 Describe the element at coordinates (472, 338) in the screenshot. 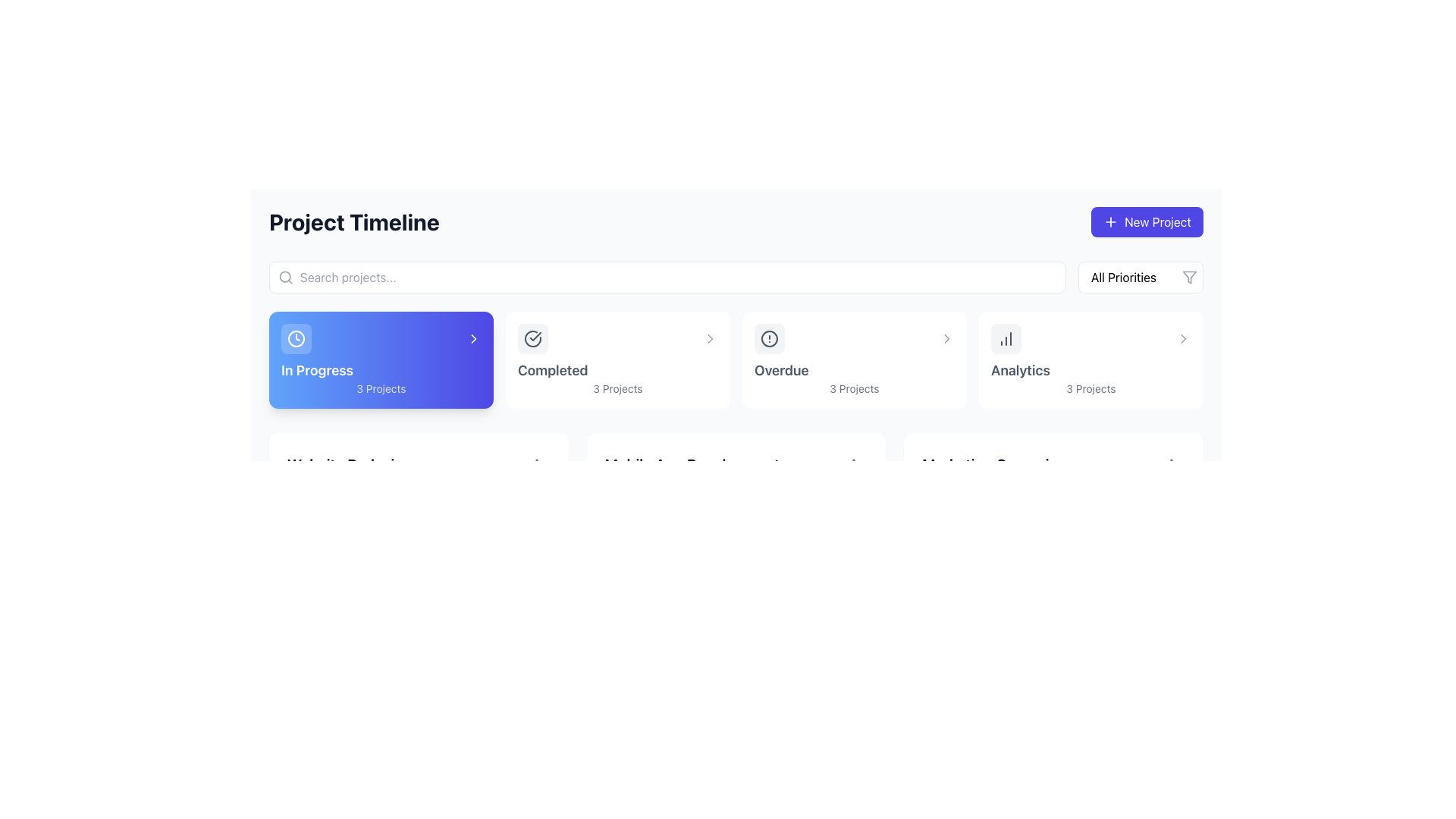

I see `the rightward-pointing chevron icon styled in white against a blue background located in the top-right corner of the 'In Progress' card` at that location.